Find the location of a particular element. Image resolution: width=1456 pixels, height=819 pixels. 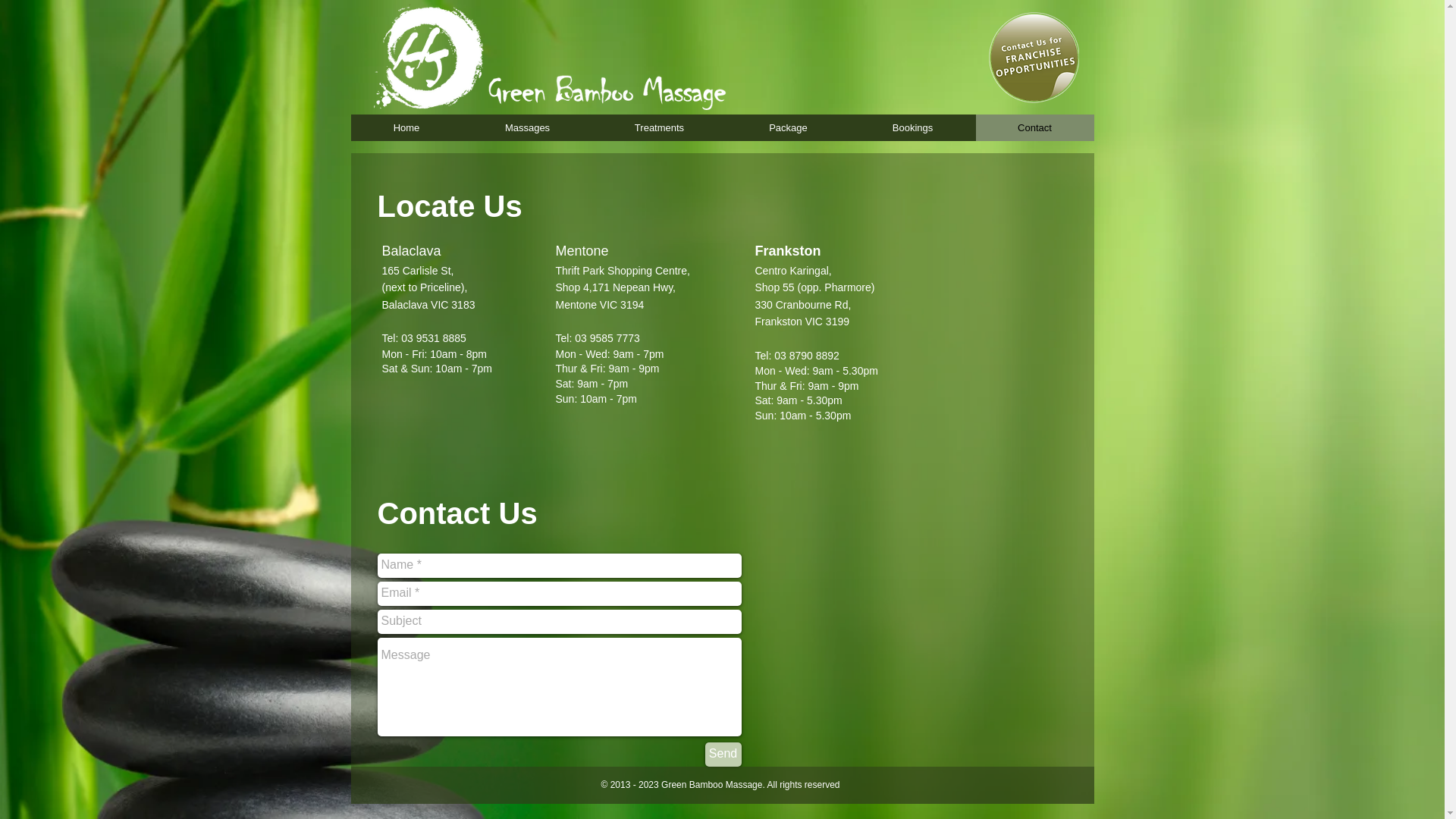

'icon.png' is located at coordinates (1032, 57).